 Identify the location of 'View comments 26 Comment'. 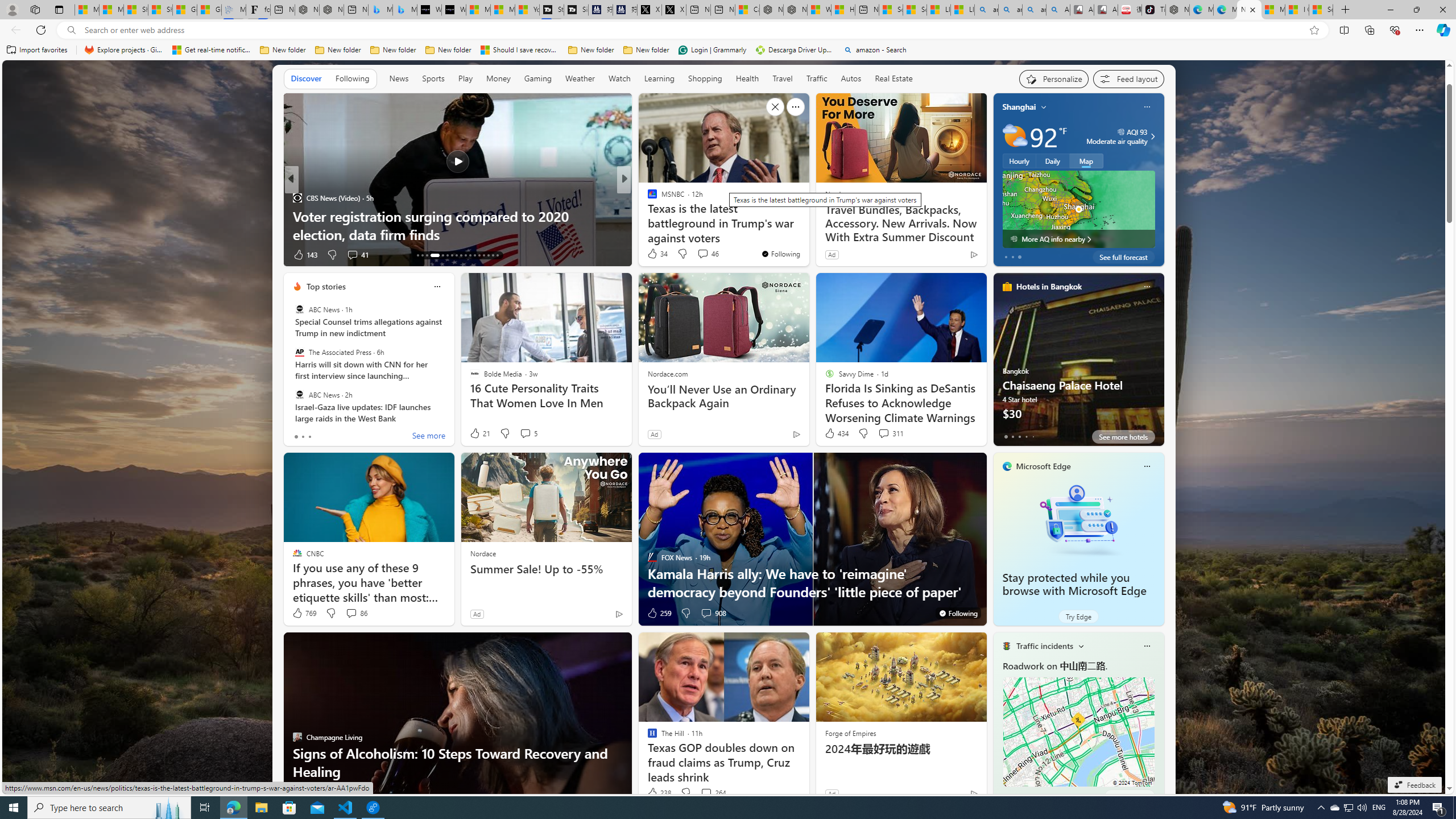
(698, 254).